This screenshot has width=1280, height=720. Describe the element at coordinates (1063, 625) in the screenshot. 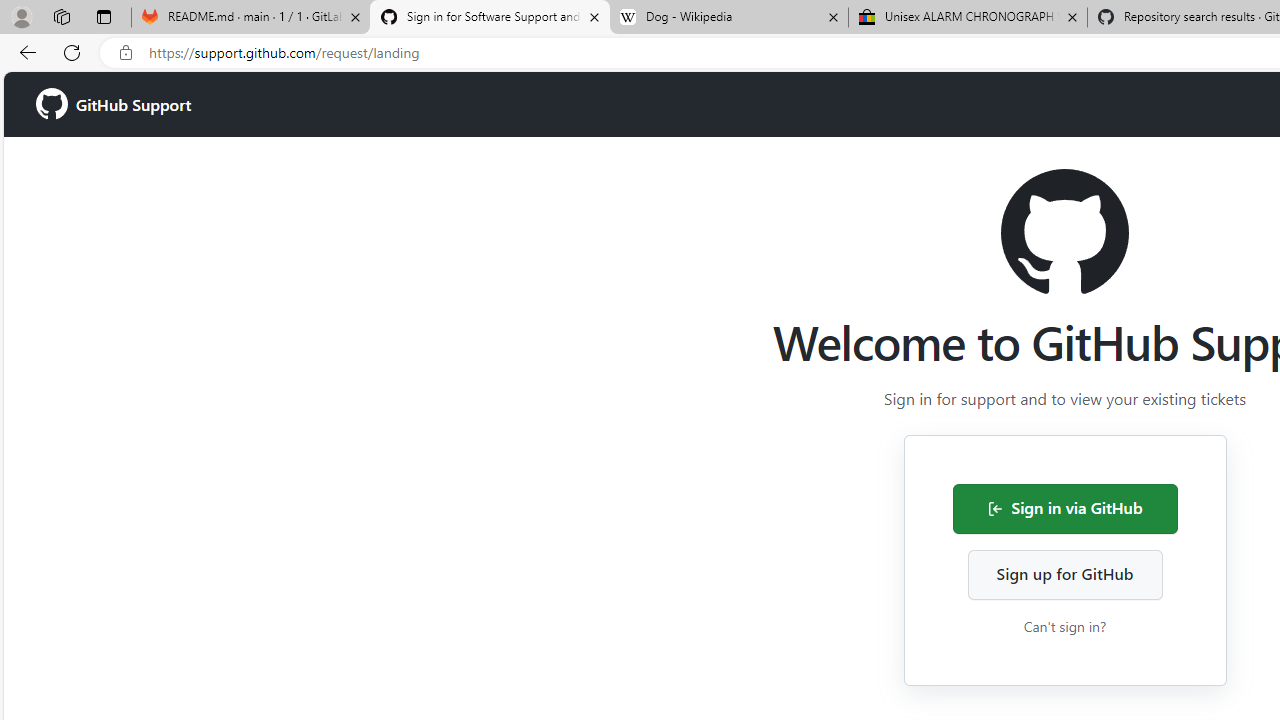

I see `'Can'` at that location.